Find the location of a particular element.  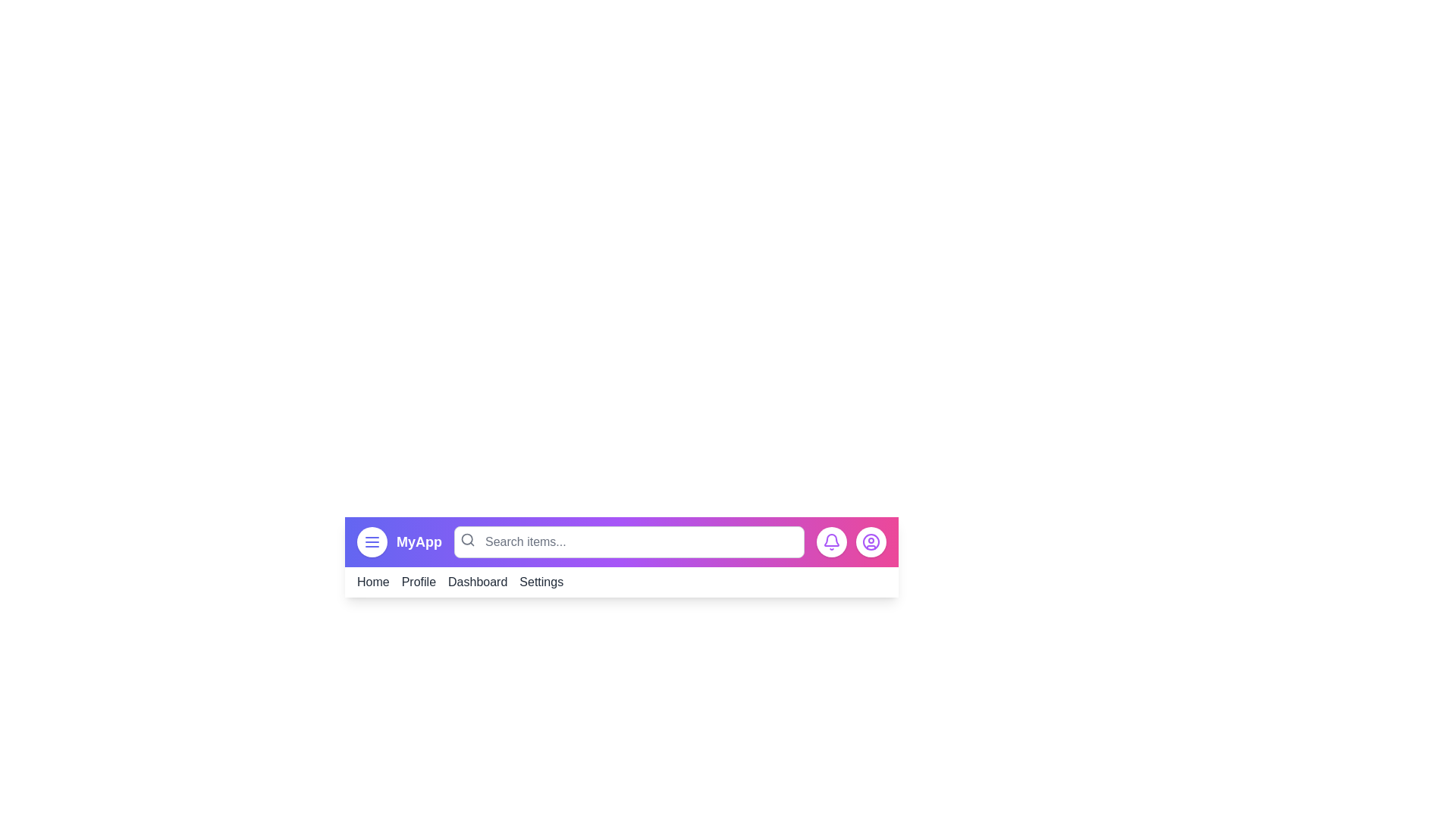

the Dashboard link in the navigation menu is located at coordinates (476, 581).